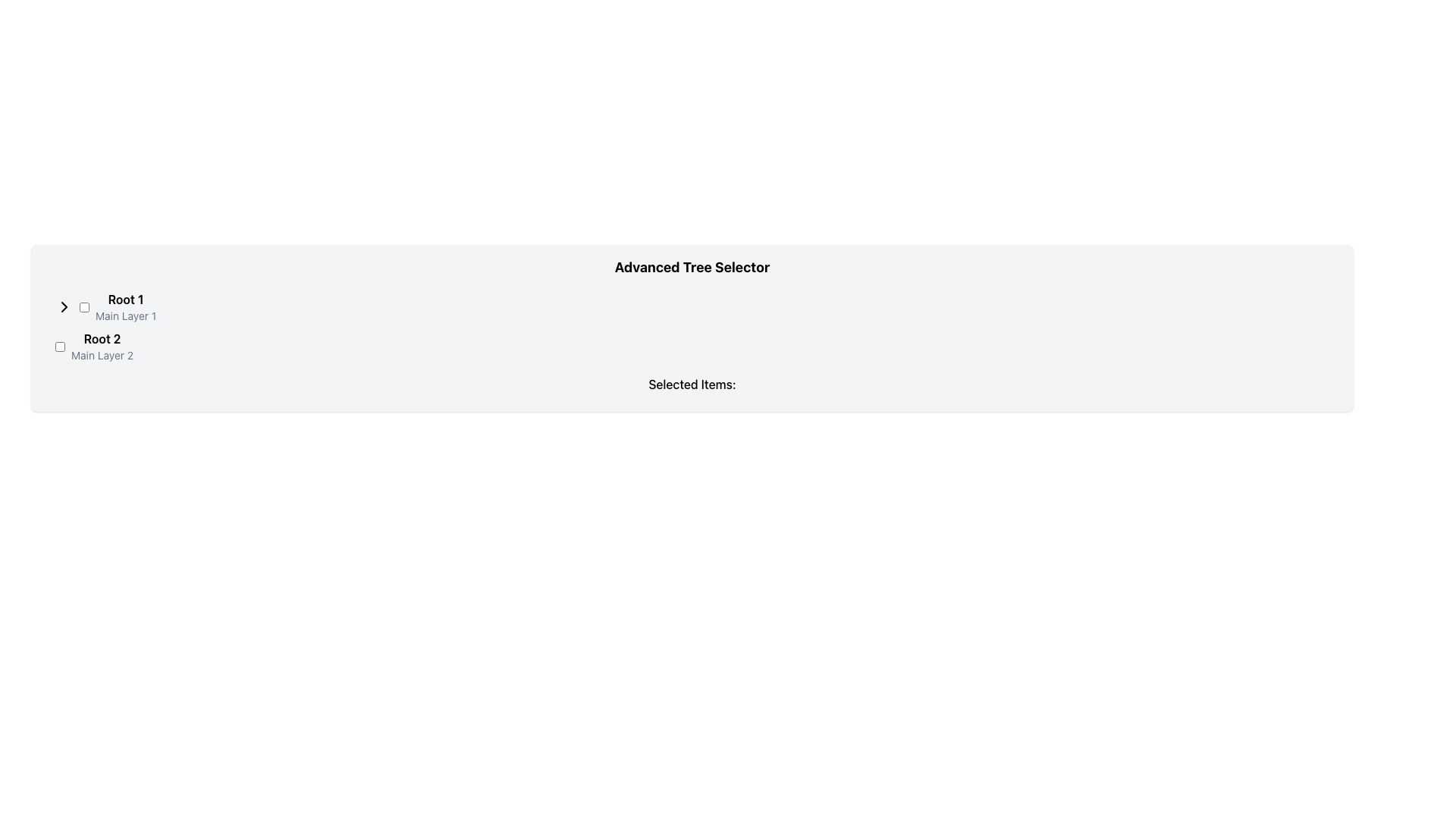  Describe the element at coordinates (64, 307) in the screenshot. I see `the chevron icon located to the left of the 'Root 1' label` at that location.